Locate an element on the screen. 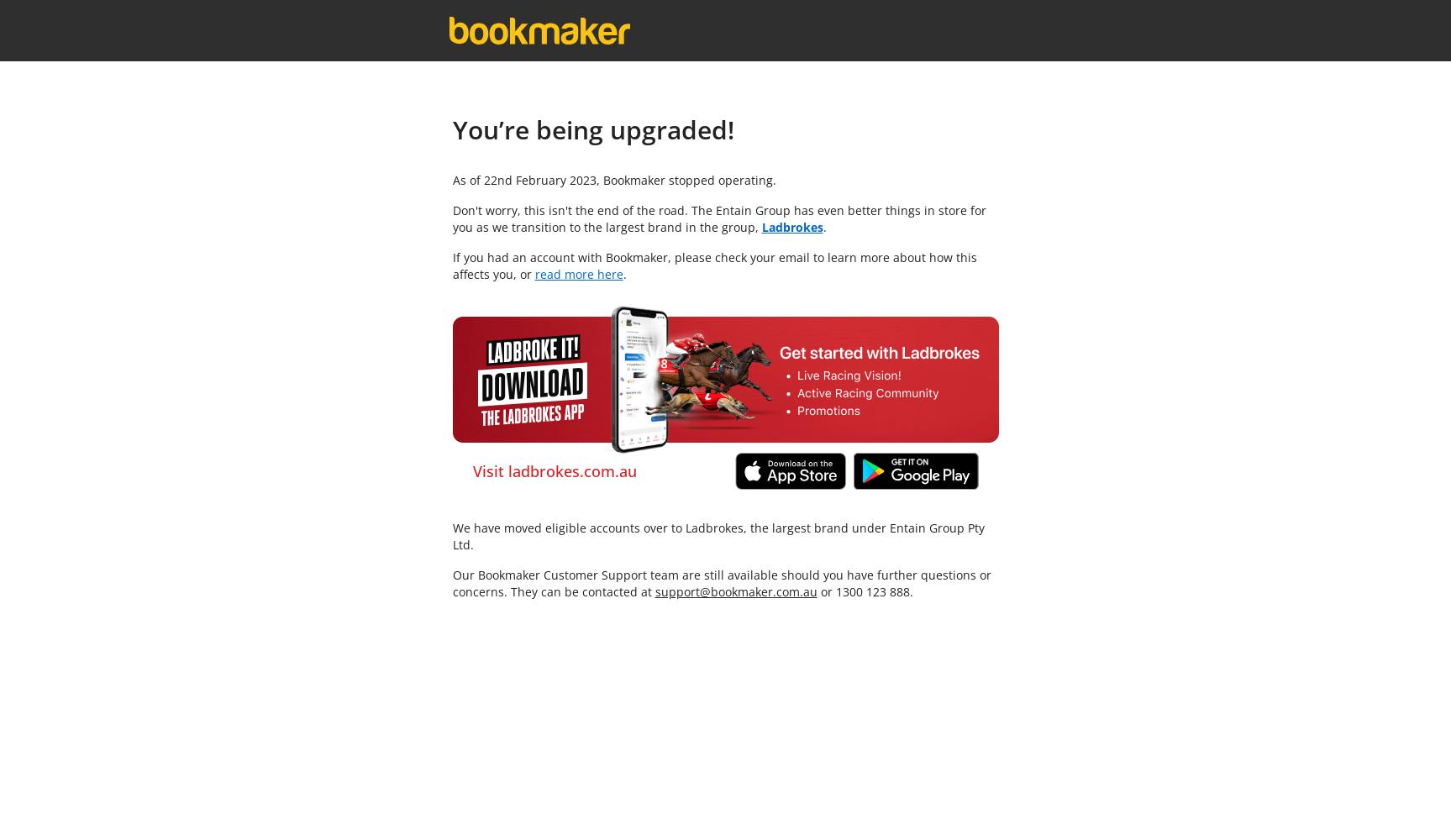  'Visit ladbrokes.com.au' is located at coordinates (554, 471).